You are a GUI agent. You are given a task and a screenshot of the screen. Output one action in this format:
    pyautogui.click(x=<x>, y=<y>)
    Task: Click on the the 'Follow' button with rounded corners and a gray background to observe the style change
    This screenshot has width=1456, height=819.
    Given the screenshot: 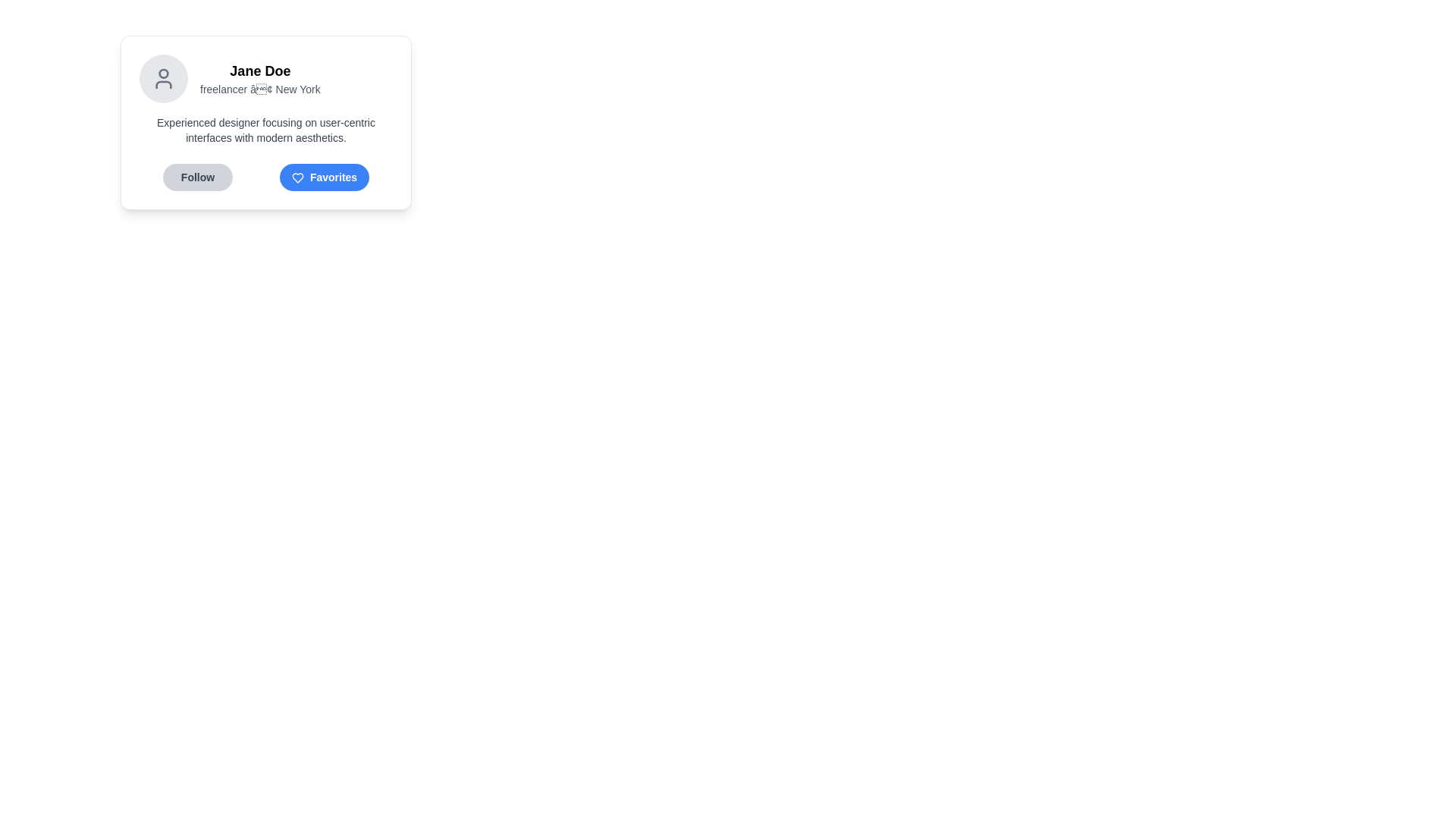 What is the action you would take?
    pyautogui.click(x=196, y=177)
    